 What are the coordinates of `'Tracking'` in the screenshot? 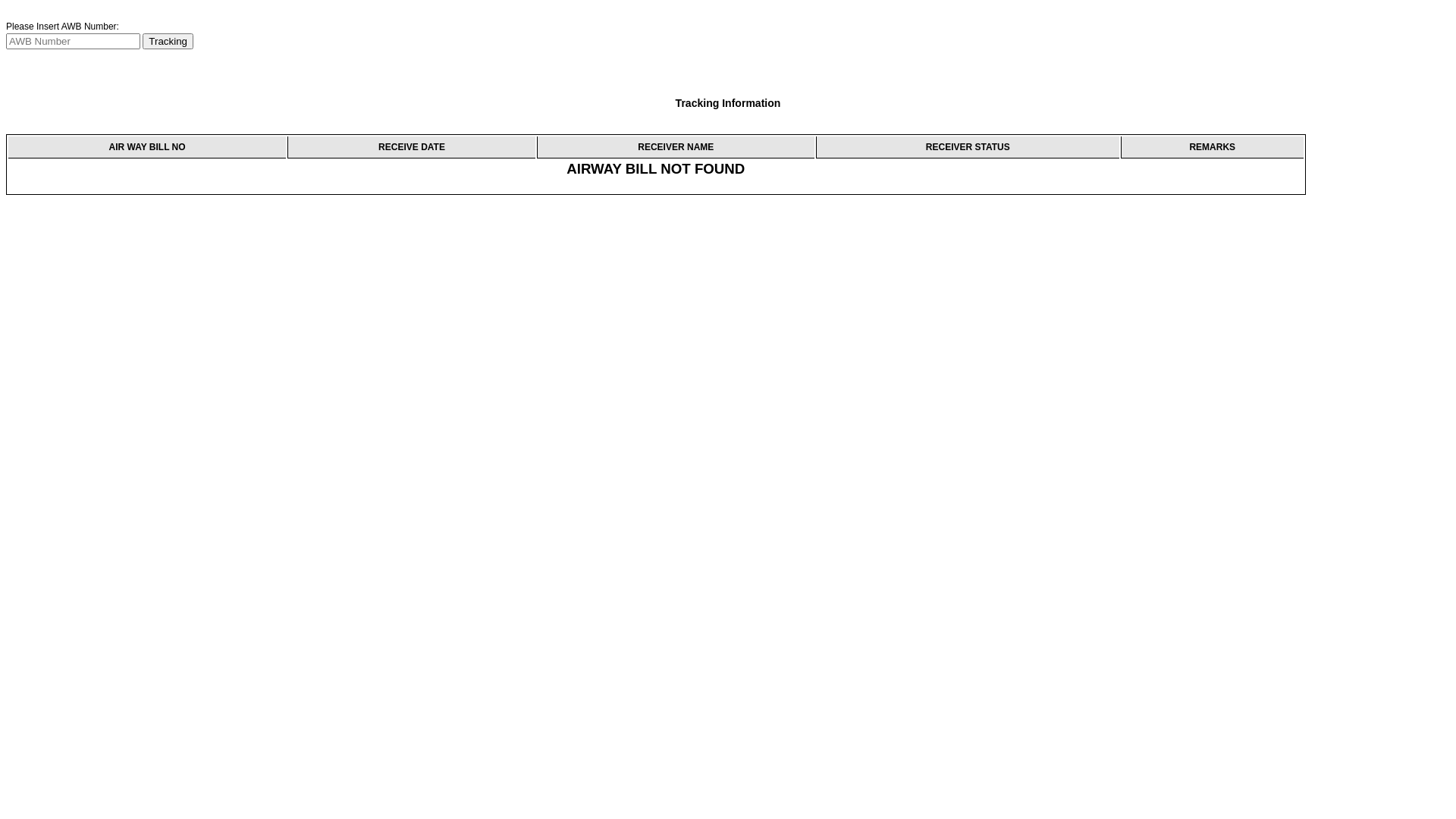 It's located at (142, 40).